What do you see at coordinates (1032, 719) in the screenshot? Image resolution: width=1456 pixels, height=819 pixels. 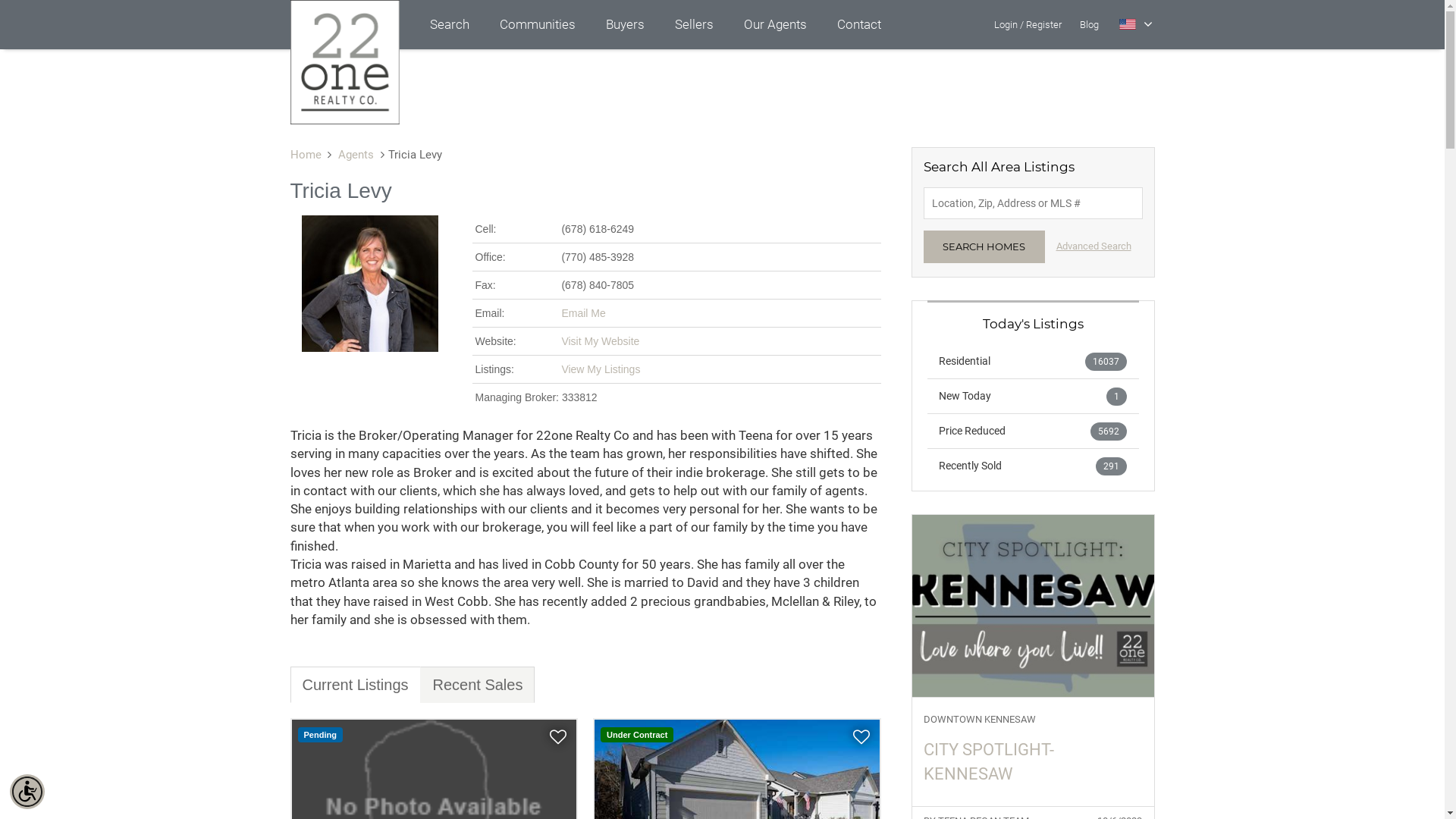 I see `'DOWNTOWN KENNESAW'` at bounding box center [1032, 719].